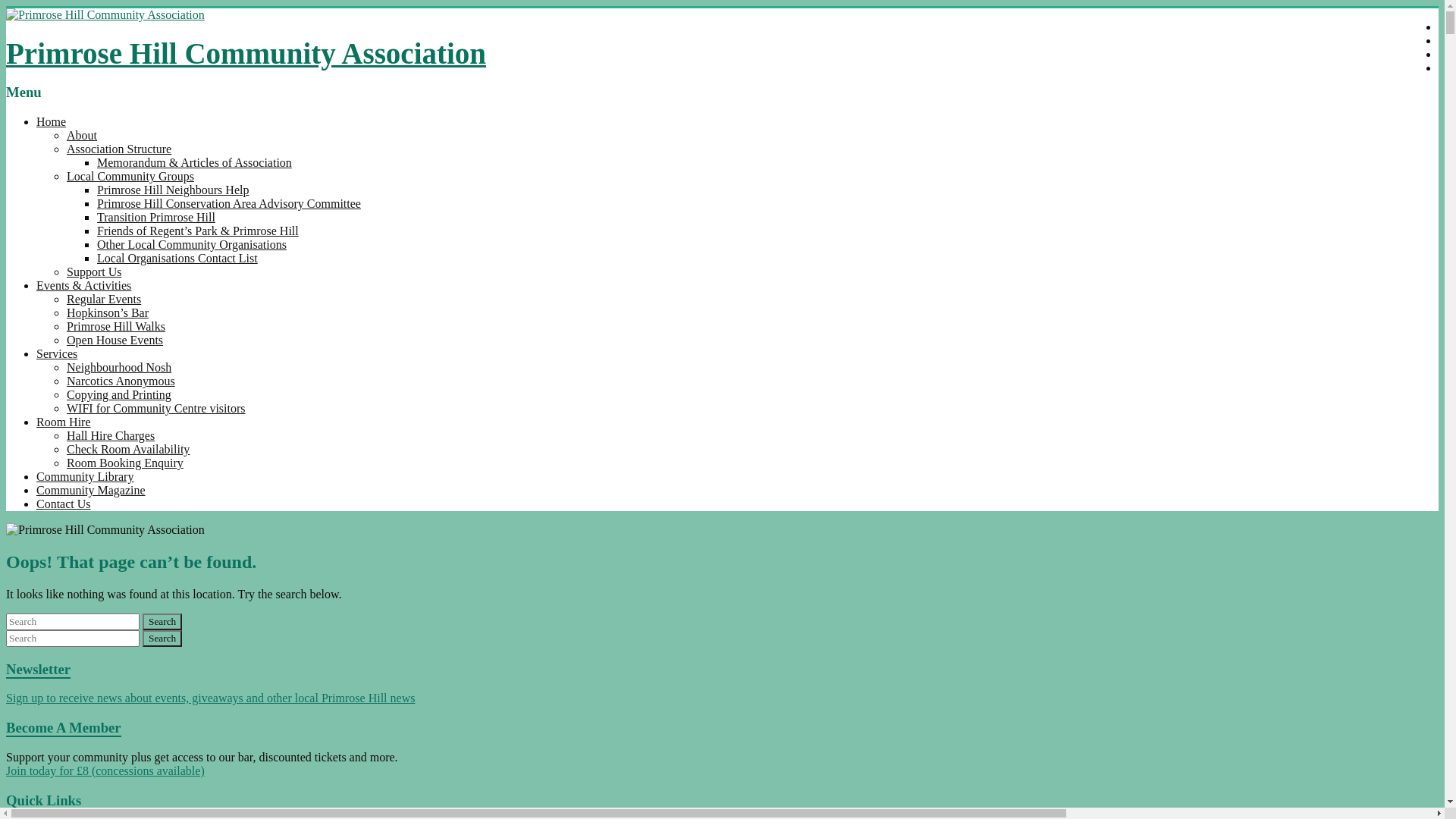 Image resolution: width=1456 pixels, height=819 pixels. Describe the element at coordinates (120, 380) in the screenshot. I see `'Narcotics Anonymous'` at that location.